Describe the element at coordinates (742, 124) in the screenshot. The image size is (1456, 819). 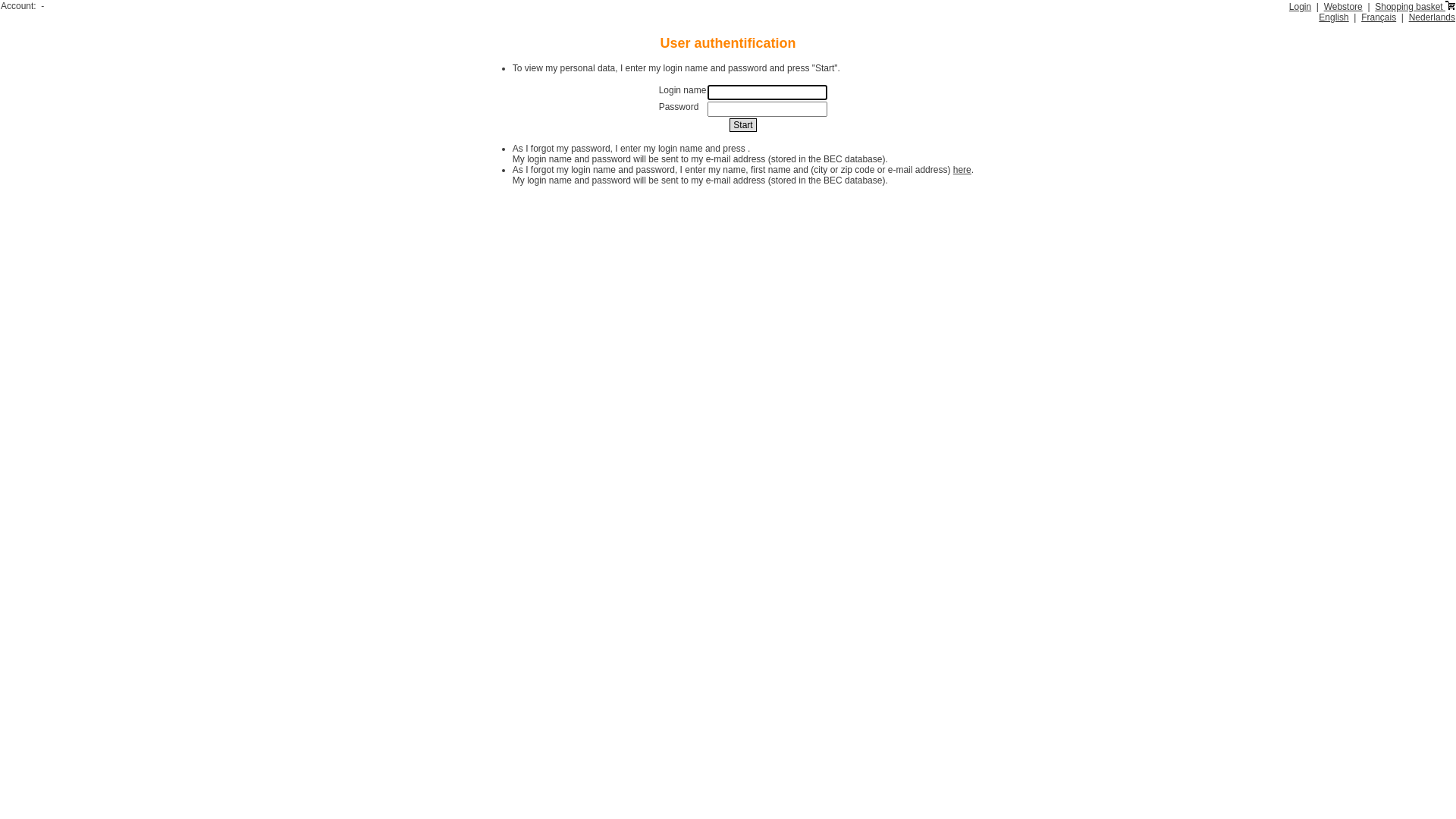
I see `'Start'` at that location.